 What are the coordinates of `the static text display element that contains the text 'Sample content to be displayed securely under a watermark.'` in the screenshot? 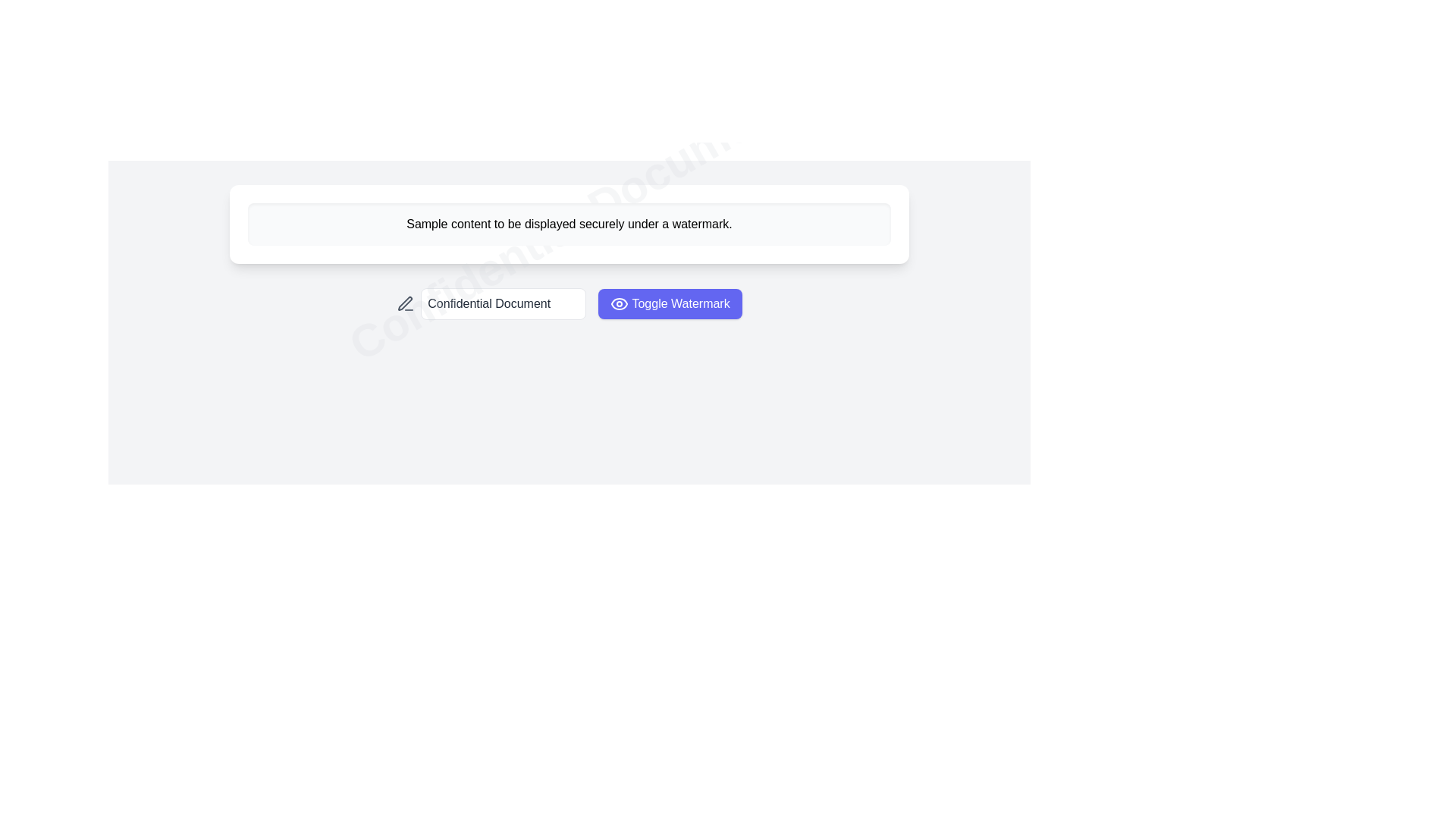 It's located at (568, 224).